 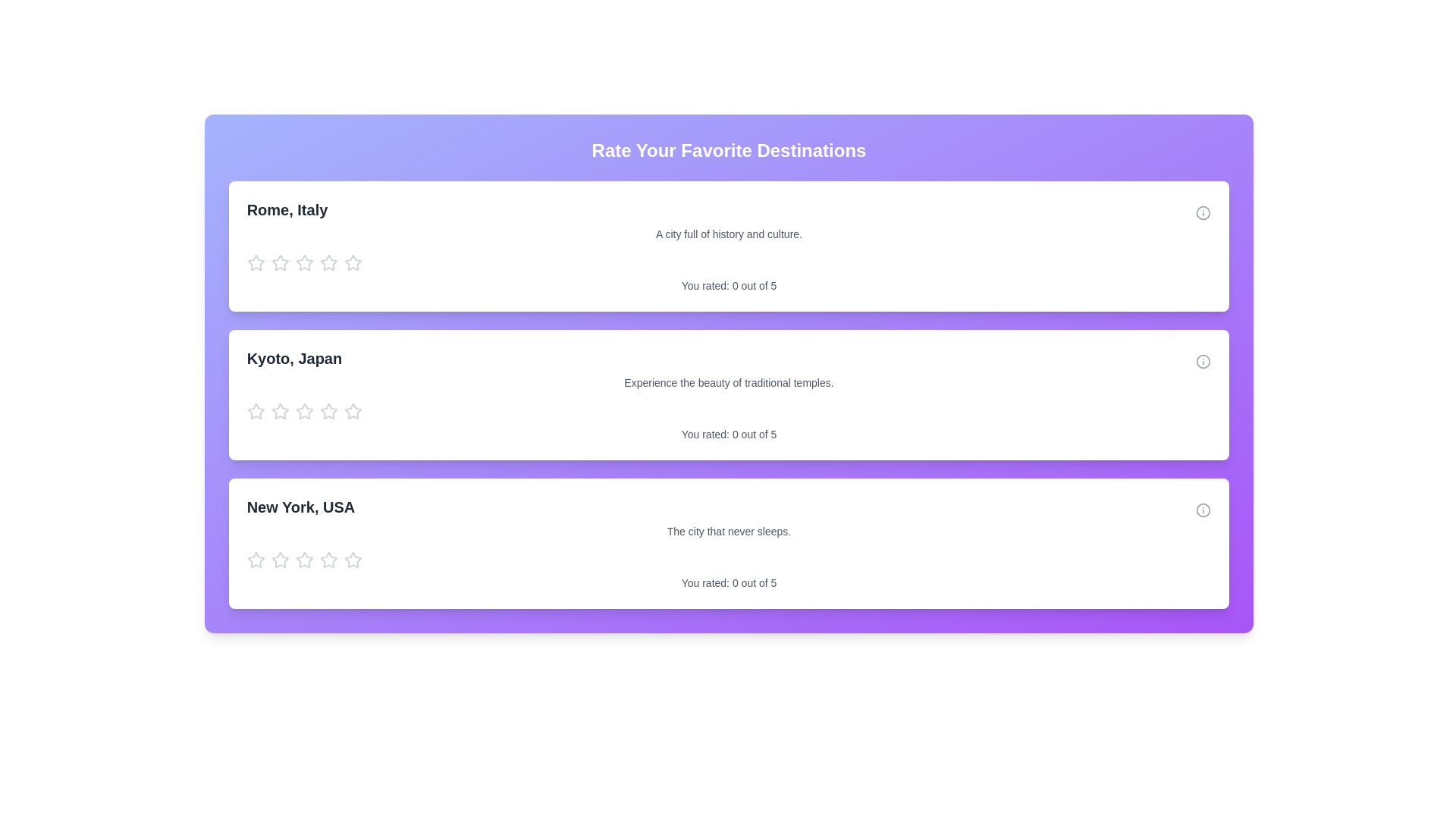 I want to click on the second rating star icon in the rating system for the 'Rome, Italy' section to trigger a rating action, so click(x=303, y=262).